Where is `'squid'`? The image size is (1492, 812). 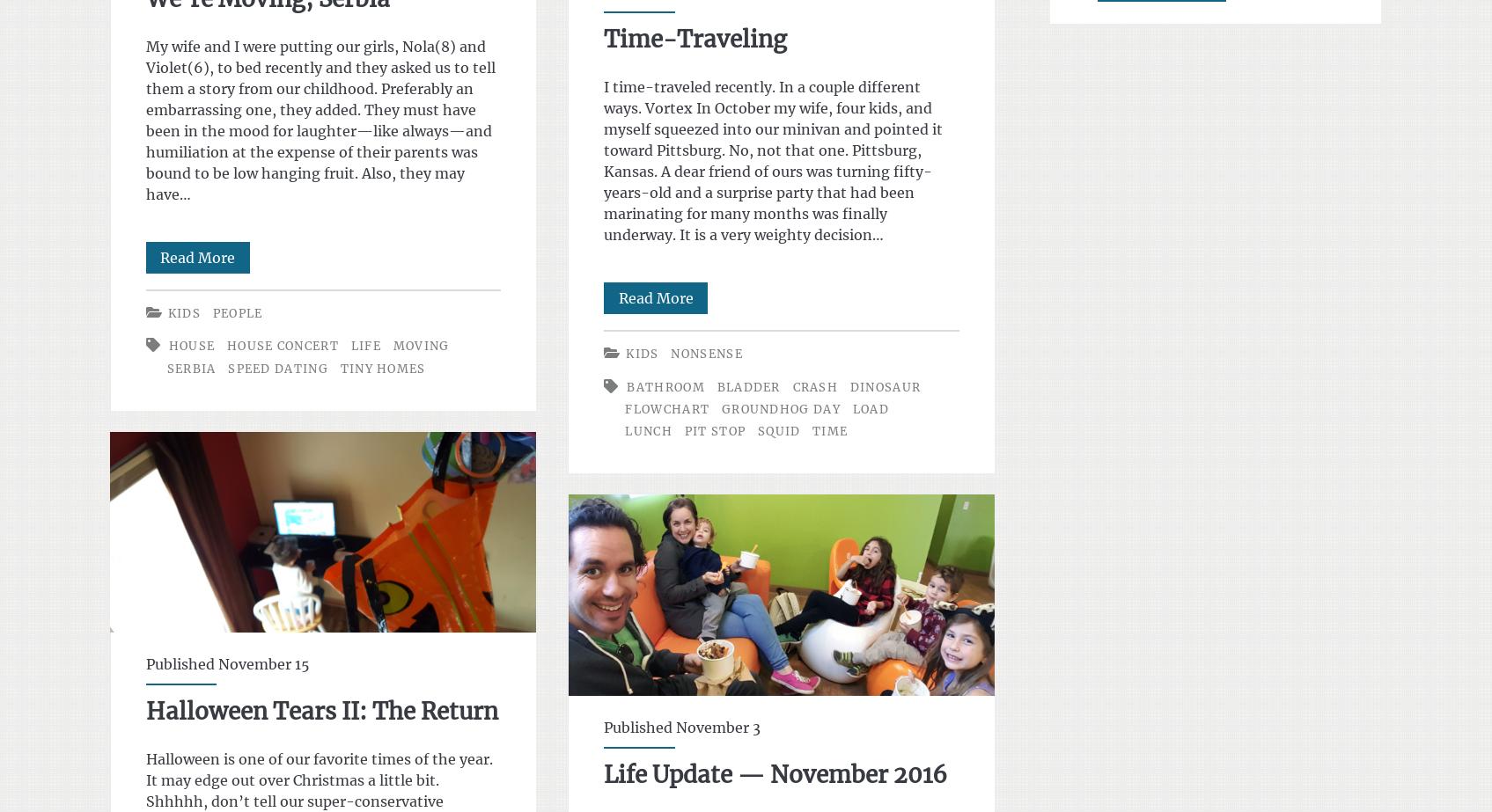 'squid' is located at coordinates (777, 429).